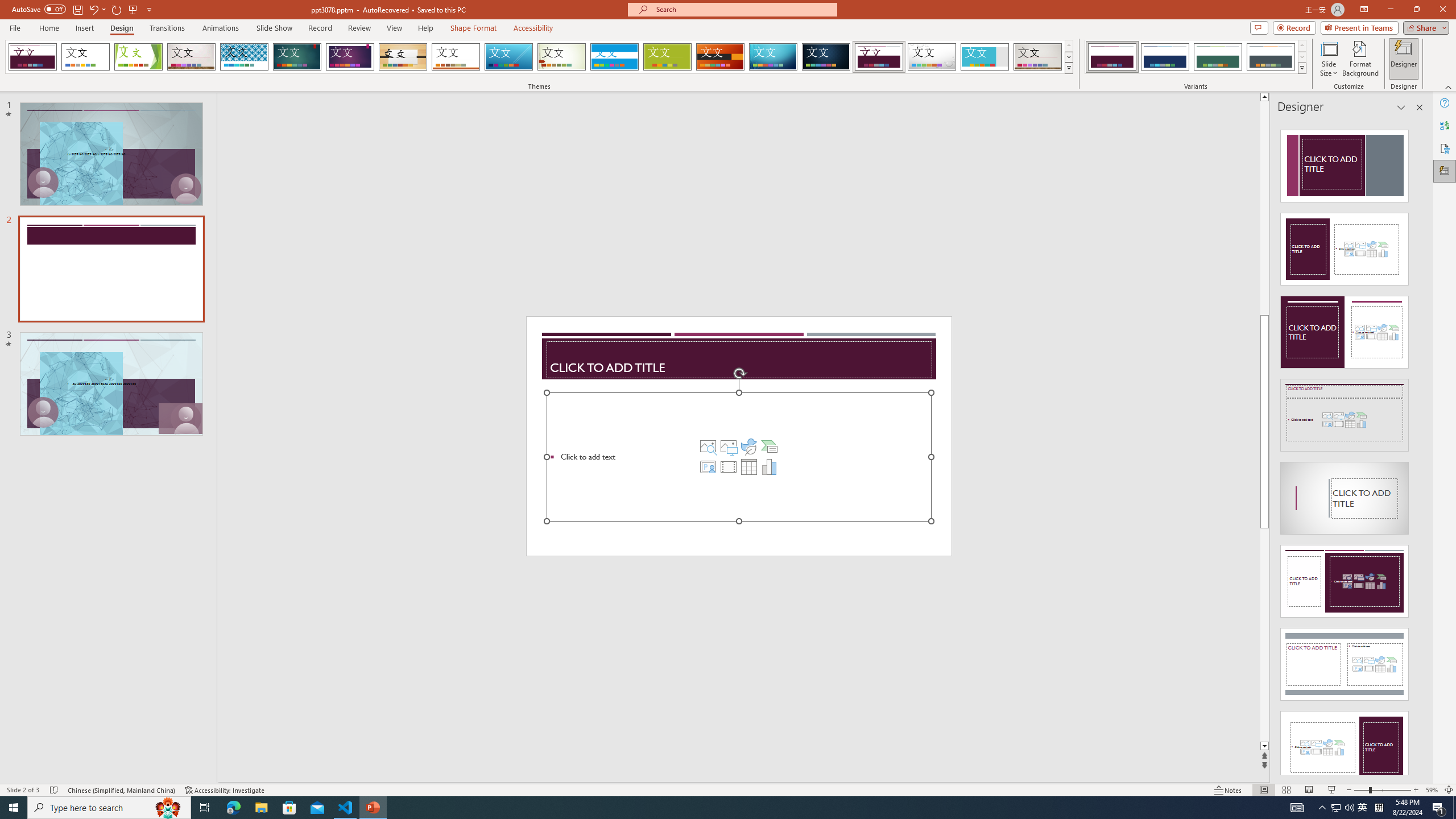 Image resolution: width=1456 pixels, height=819 pixels. What do you see at coordinates (539, 56) in the screenshot?
I see `'AutomationID: SlideThemesGallery'` at bounding box center [539, 56].